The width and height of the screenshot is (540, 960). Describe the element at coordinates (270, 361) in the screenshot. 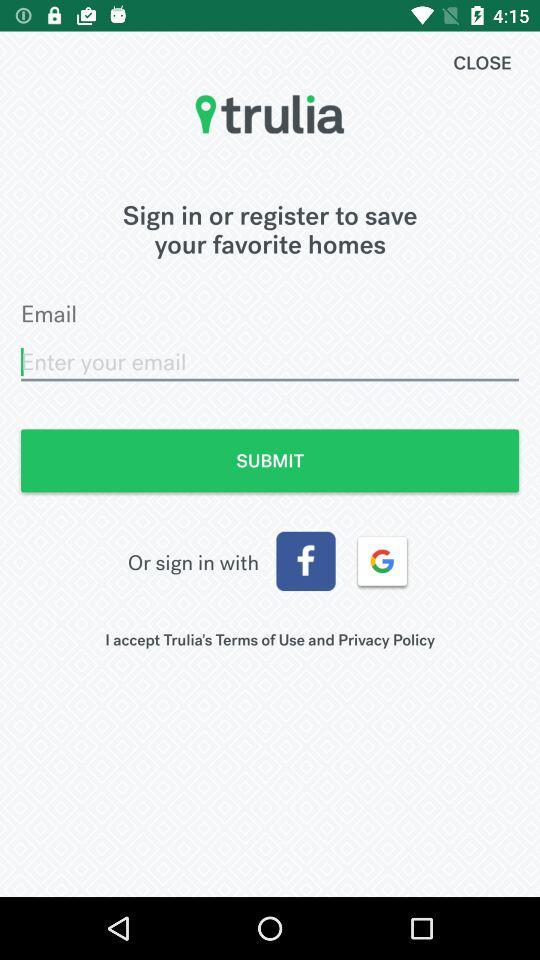

I see `email` at that location.